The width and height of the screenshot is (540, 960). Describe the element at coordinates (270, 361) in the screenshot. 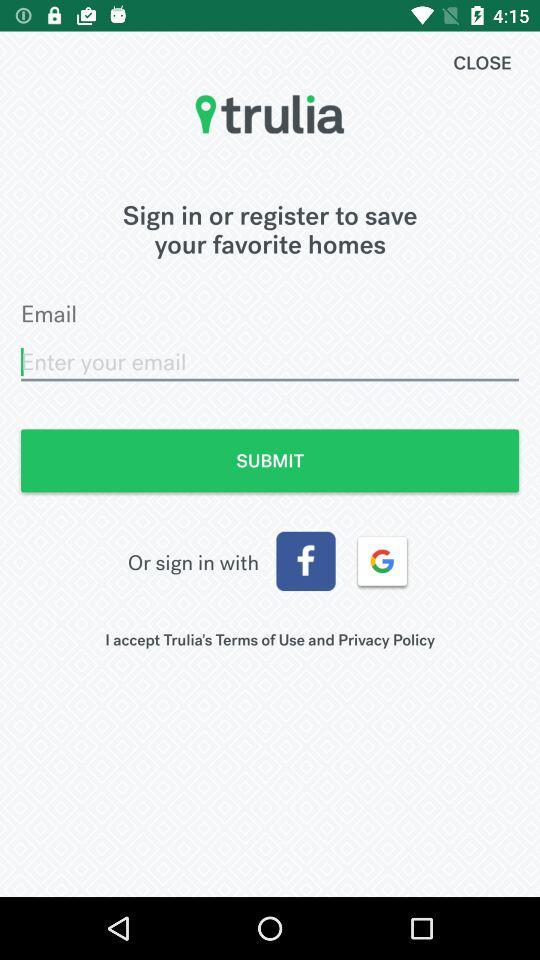

I see `email` at that location.